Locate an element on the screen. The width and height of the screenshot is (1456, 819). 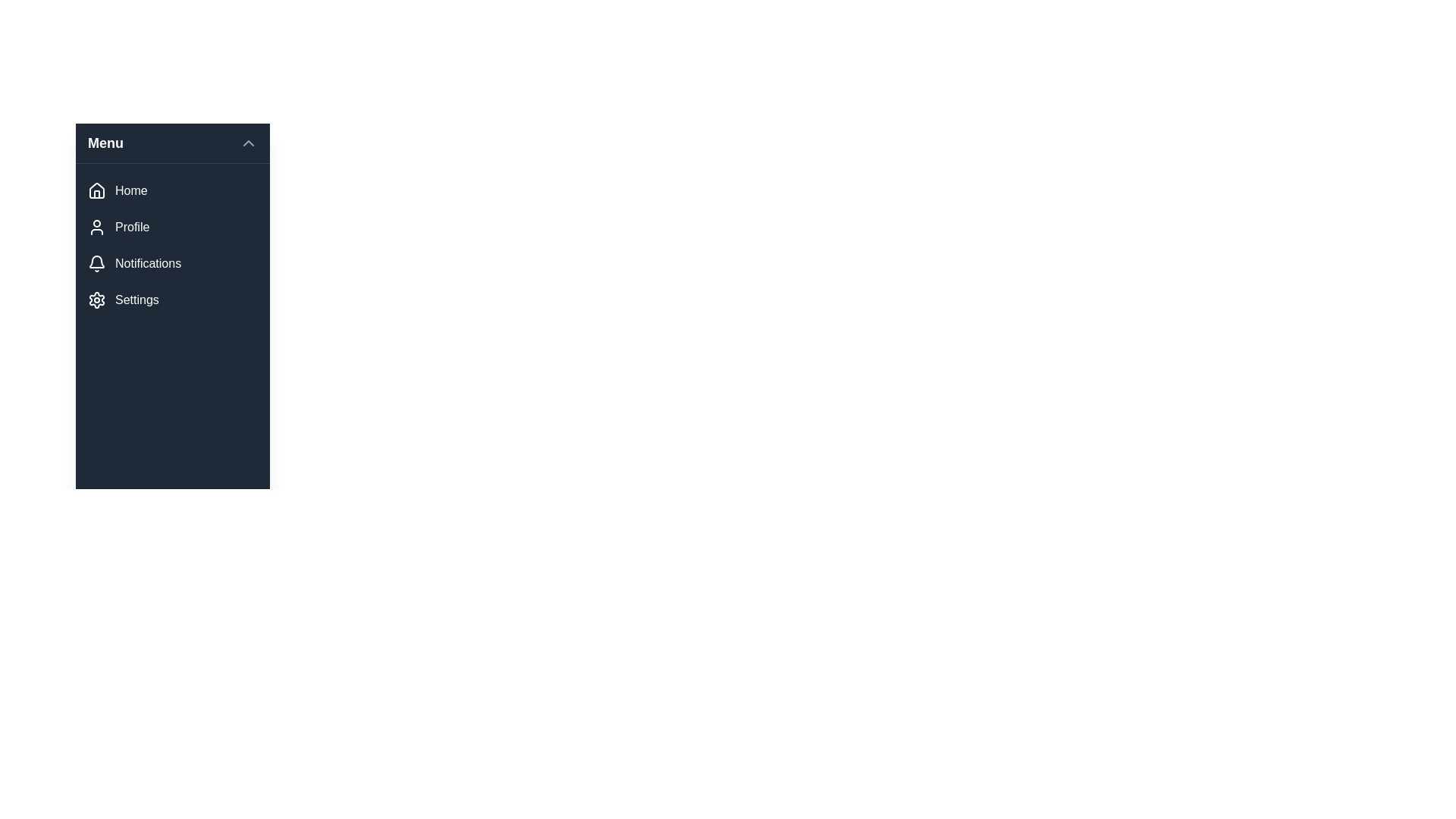
the navigation button for accessing the Notifications section, which is the third option is located at coordinates (172, 262).